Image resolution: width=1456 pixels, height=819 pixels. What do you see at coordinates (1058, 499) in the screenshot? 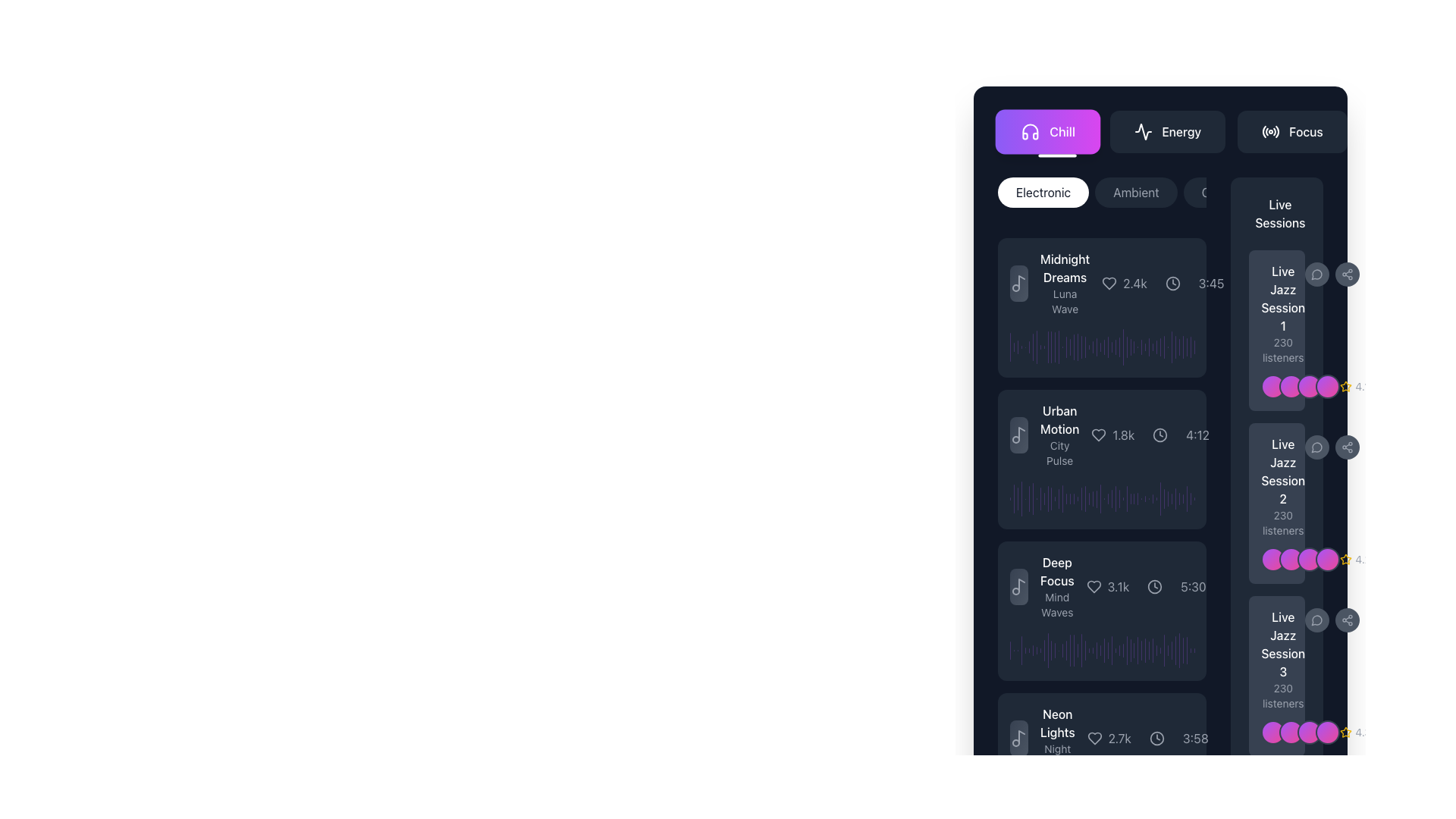
I see `the 14th vertical bar in the row of similar bars, which represents a portion of data in a visual representation` at bounding box center [1058, 499].